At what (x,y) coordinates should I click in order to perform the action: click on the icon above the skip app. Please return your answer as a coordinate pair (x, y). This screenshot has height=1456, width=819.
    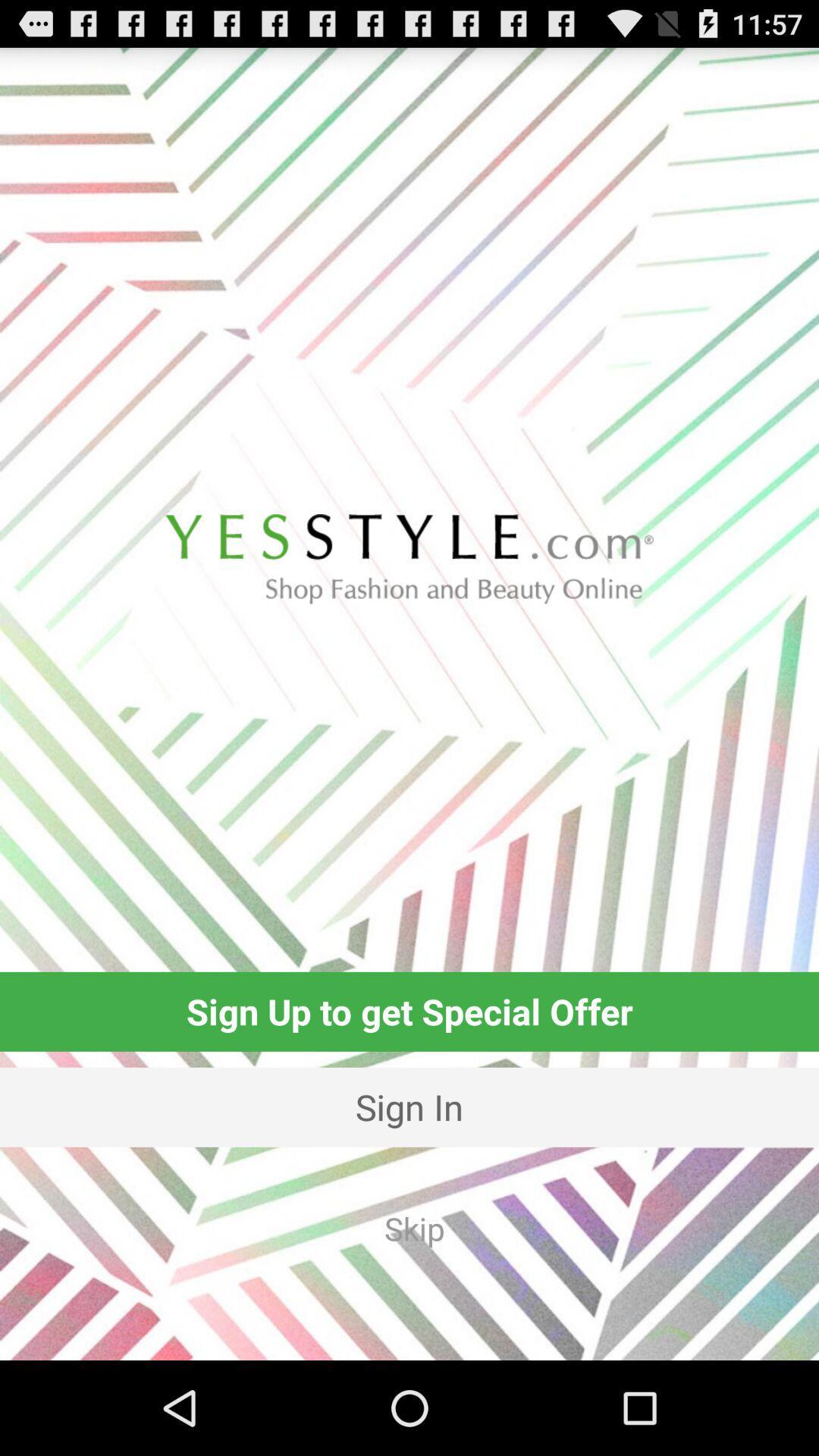
    Looking at the image, I should click on (409, 1107).